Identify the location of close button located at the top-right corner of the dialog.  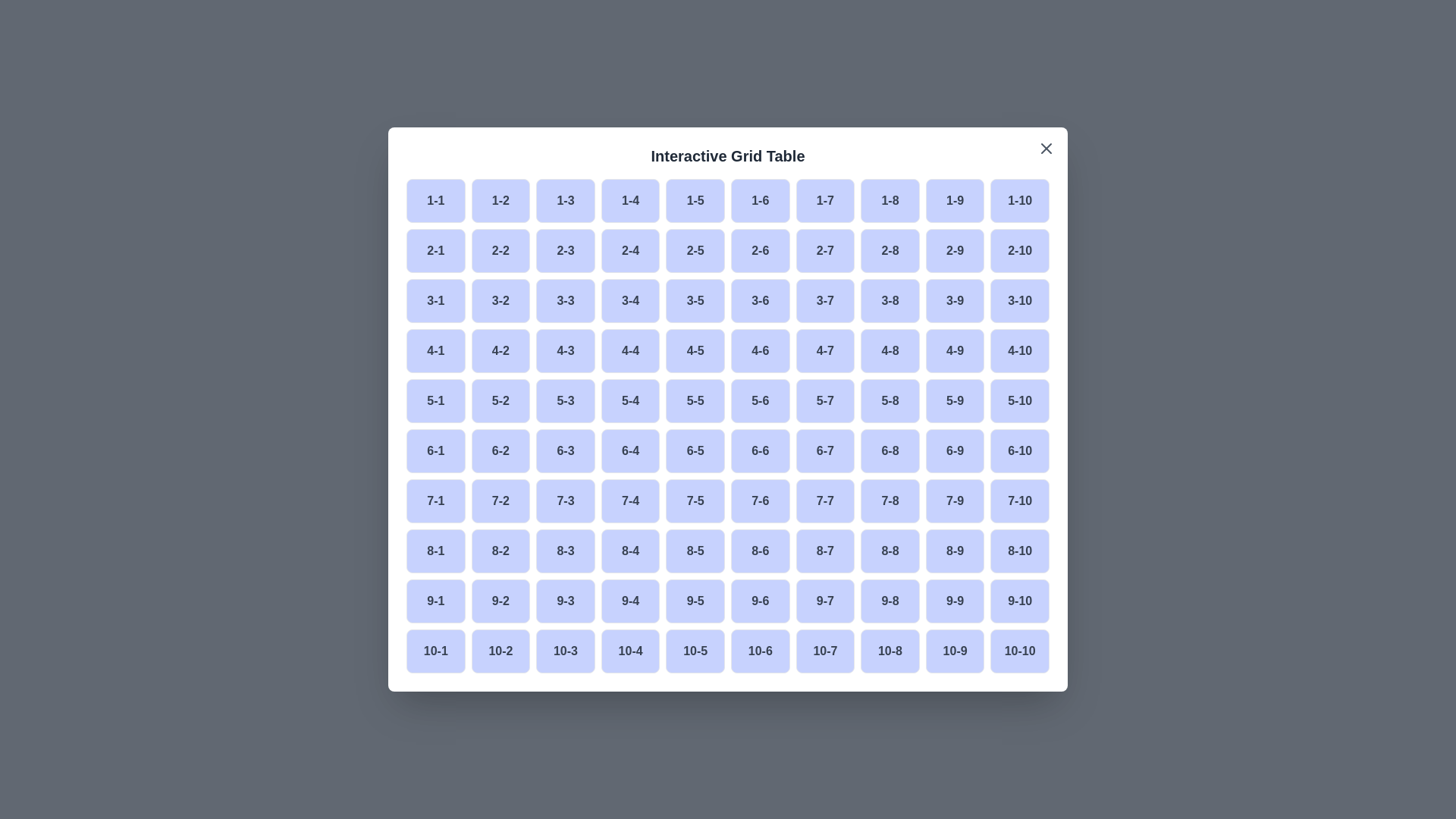
(1046, 149).